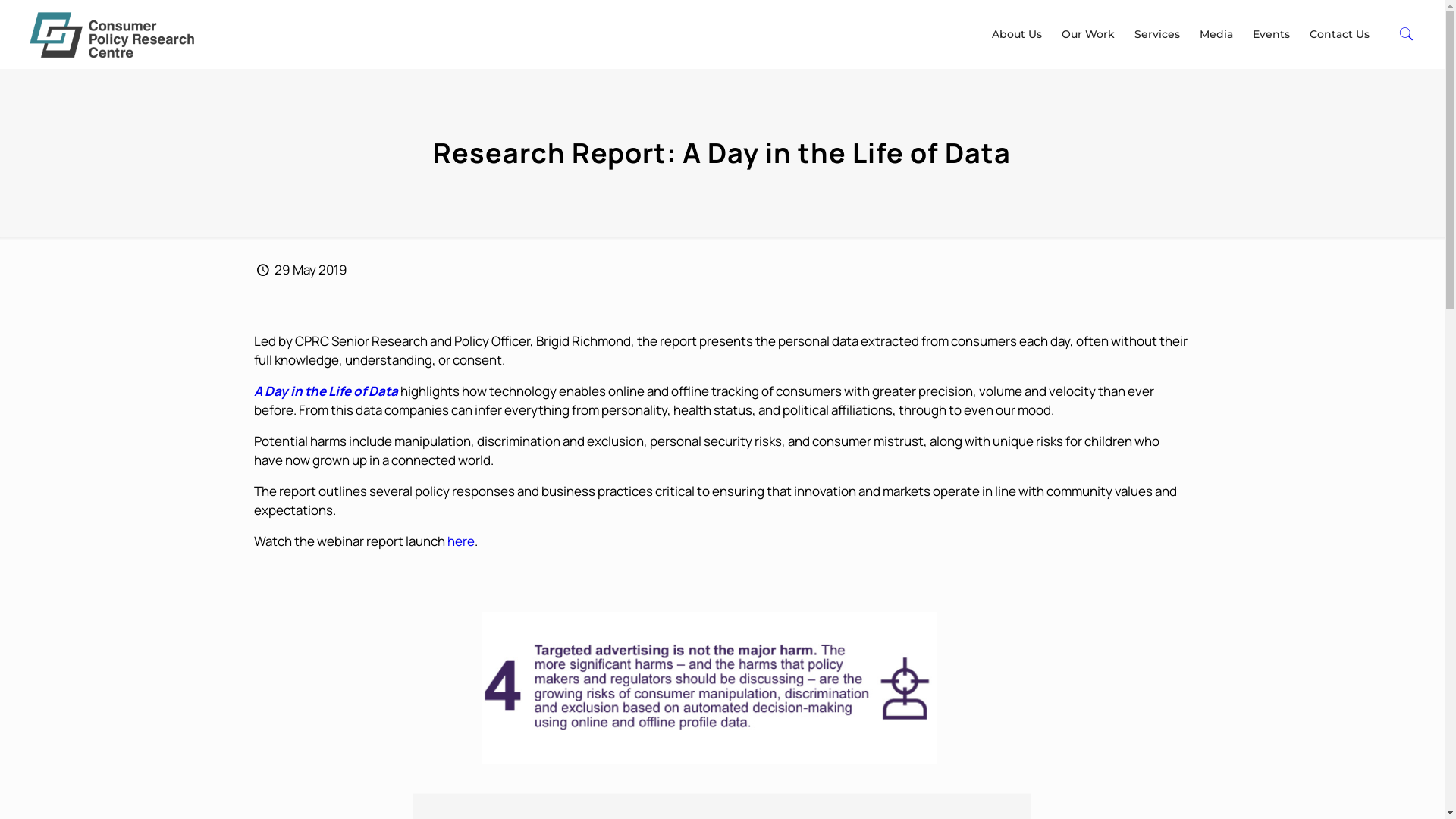 The width and height of the screenshot is (1456, 819). I want to click on 'Contact Us', so click(1339, 34).